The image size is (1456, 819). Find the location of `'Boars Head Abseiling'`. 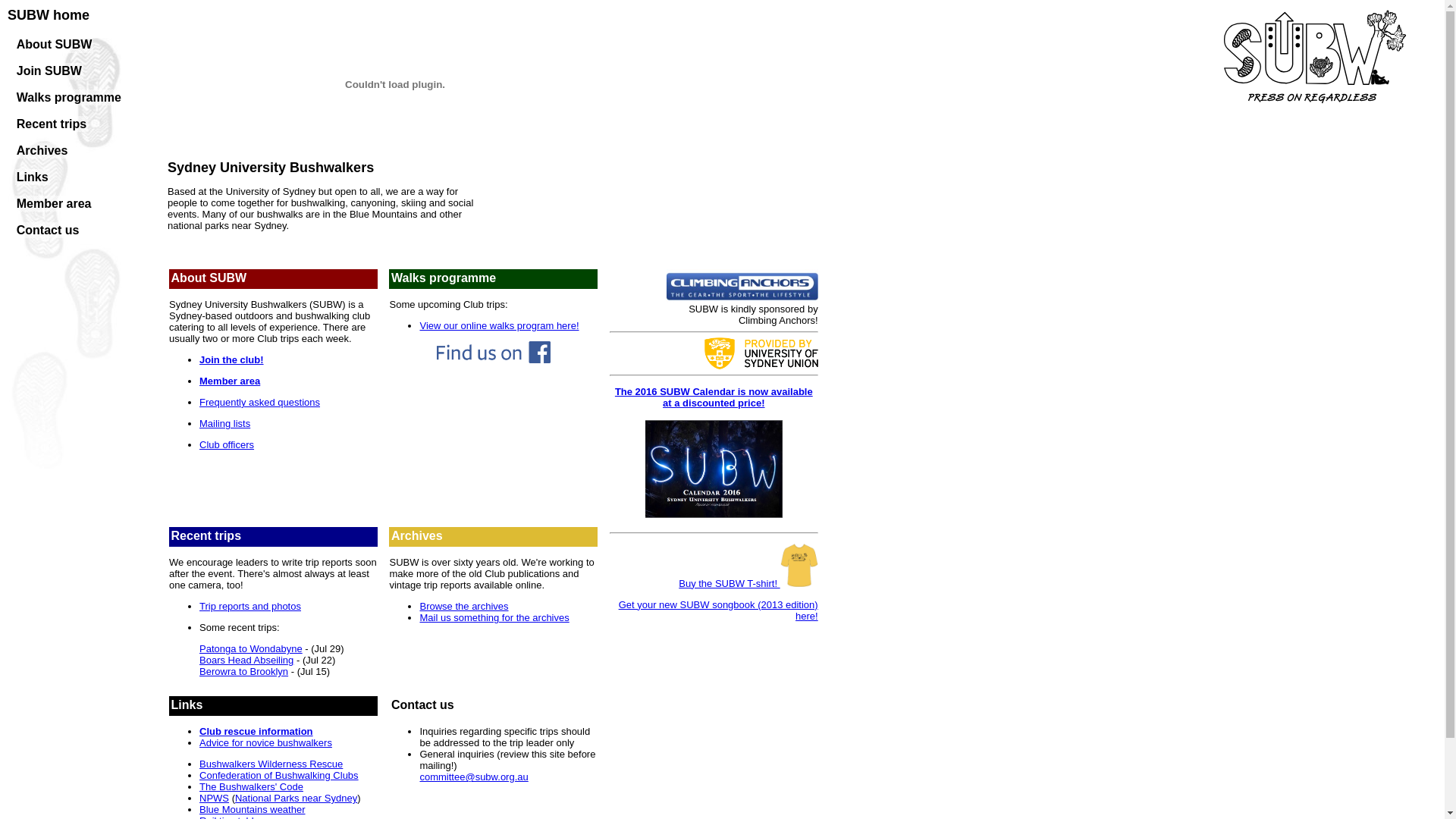

'Boars Head Abseiling' is located at coordinates (246, 659).